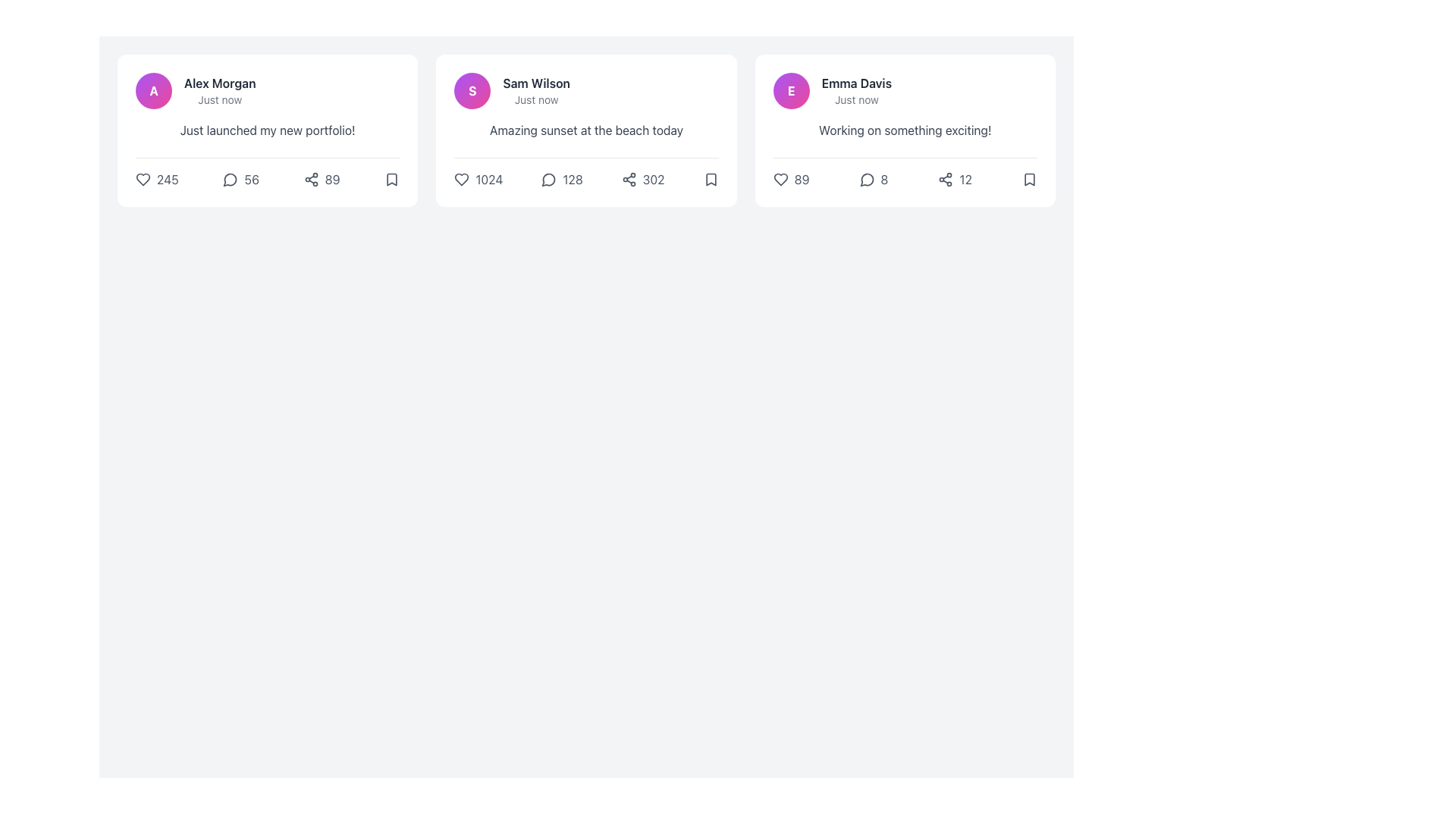  Describe the element at coordinates (268, 130) in the screenshot. I see `the static text element displaying the user's portfolio launch message, located in the first post card under the username and timestamp` at that location.